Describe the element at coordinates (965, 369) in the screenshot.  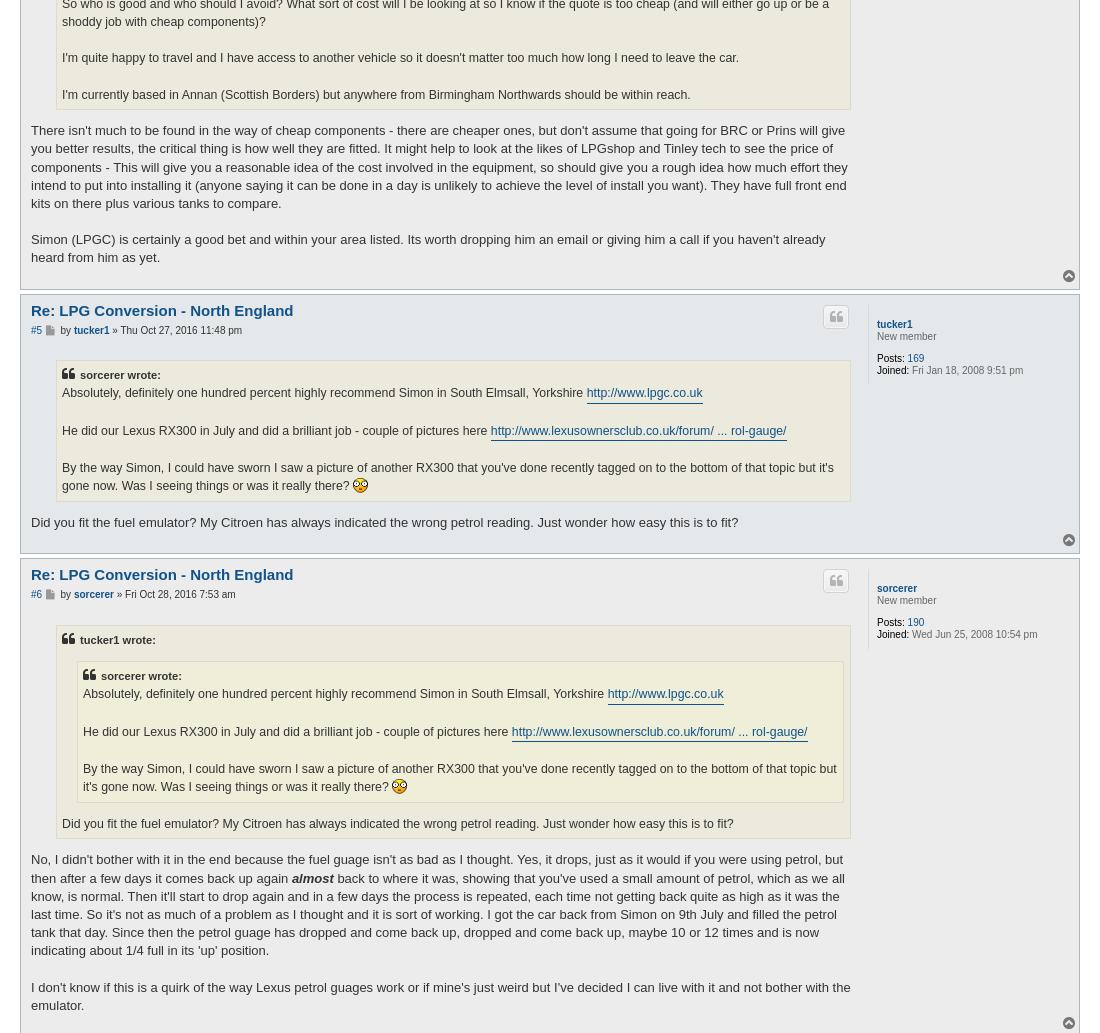
I see `'Fri Jan 18, 2008 9:51 pm'` at that location.